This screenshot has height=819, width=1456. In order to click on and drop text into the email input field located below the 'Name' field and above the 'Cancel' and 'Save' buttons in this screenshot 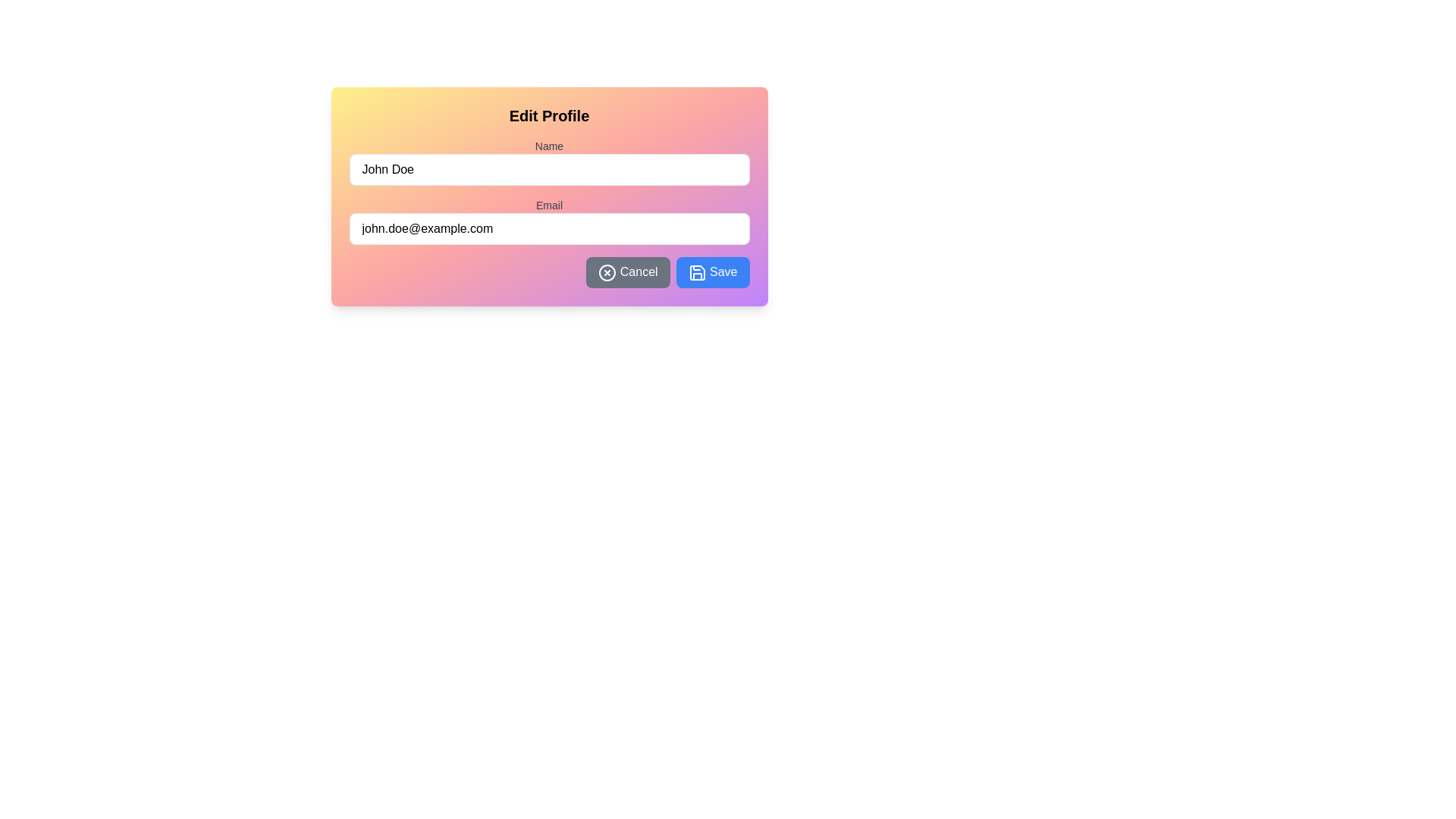, I will do `click(548, 234)`.